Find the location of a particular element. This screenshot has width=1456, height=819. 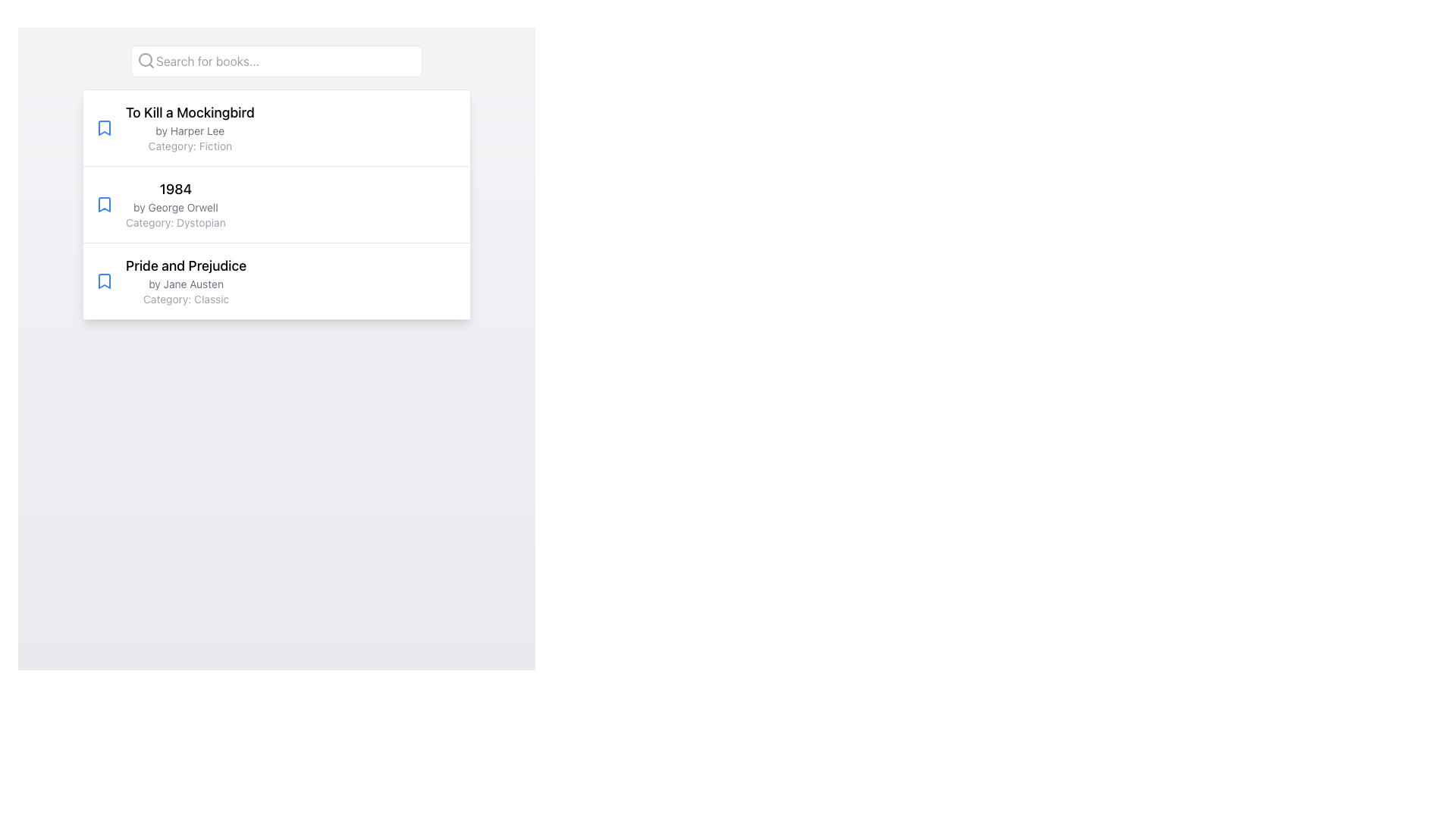

the text label that attributes the author of 'Pride and Prejudice', positioned below the title and above the category text is located at coordinates (185, 284).